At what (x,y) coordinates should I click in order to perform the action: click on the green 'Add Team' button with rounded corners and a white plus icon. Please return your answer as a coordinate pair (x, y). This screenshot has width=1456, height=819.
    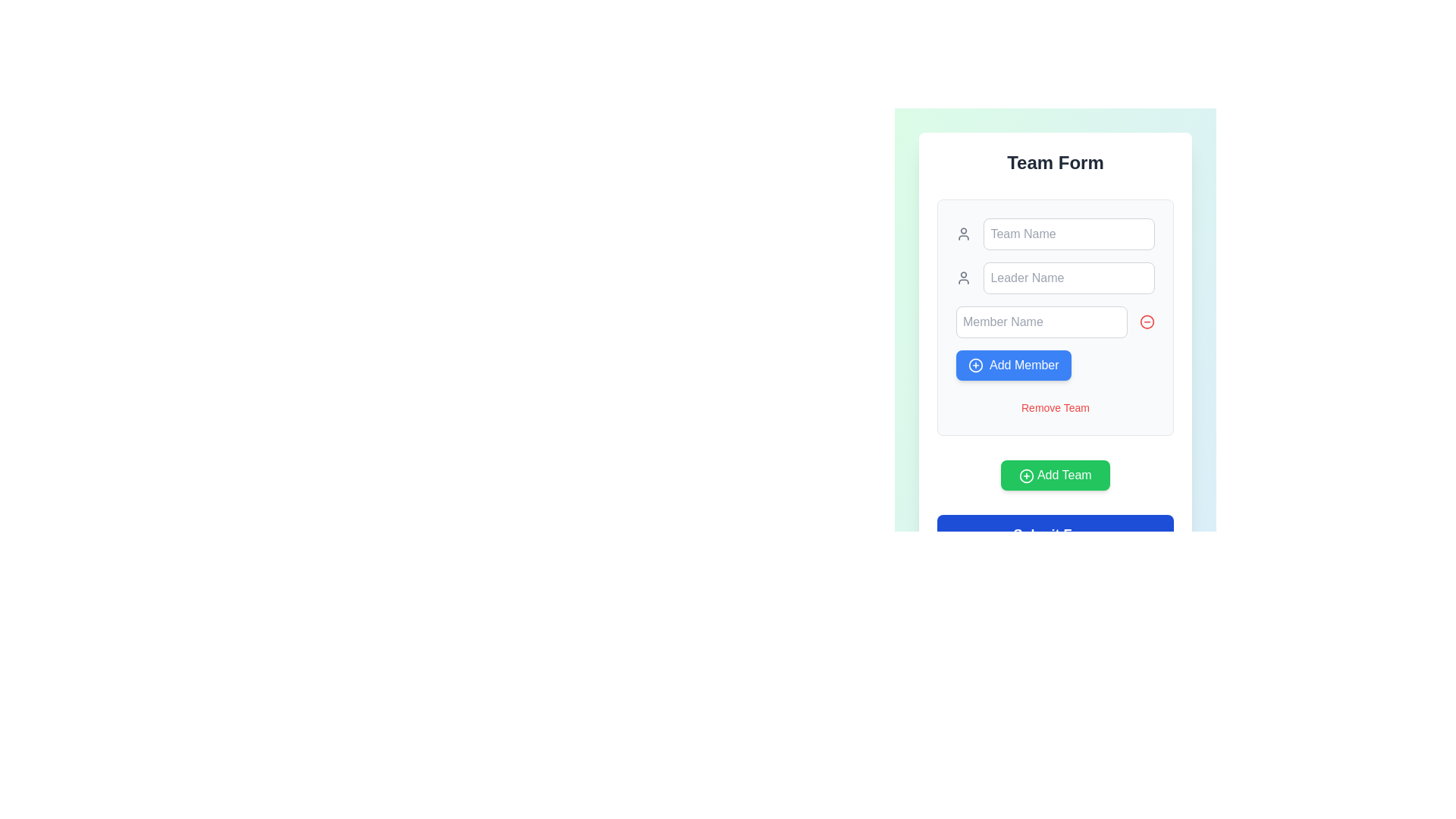
    Looking at the image, I should click on (1055, 475).